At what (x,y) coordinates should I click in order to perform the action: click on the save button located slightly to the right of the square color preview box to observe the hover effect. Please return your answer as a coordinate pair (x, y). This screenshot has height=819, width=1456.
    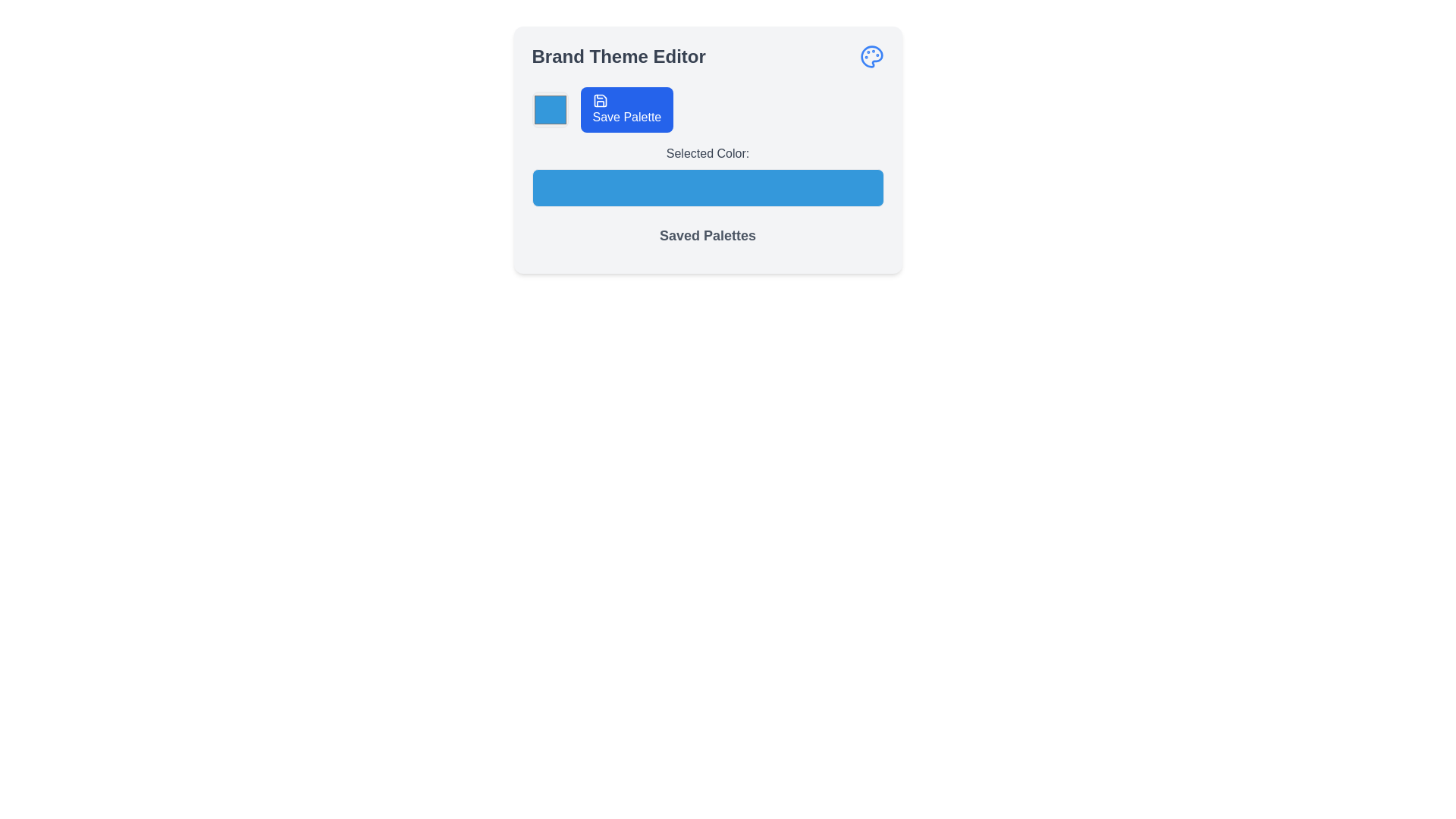
    Looking at the image, I should click on (626, 109).